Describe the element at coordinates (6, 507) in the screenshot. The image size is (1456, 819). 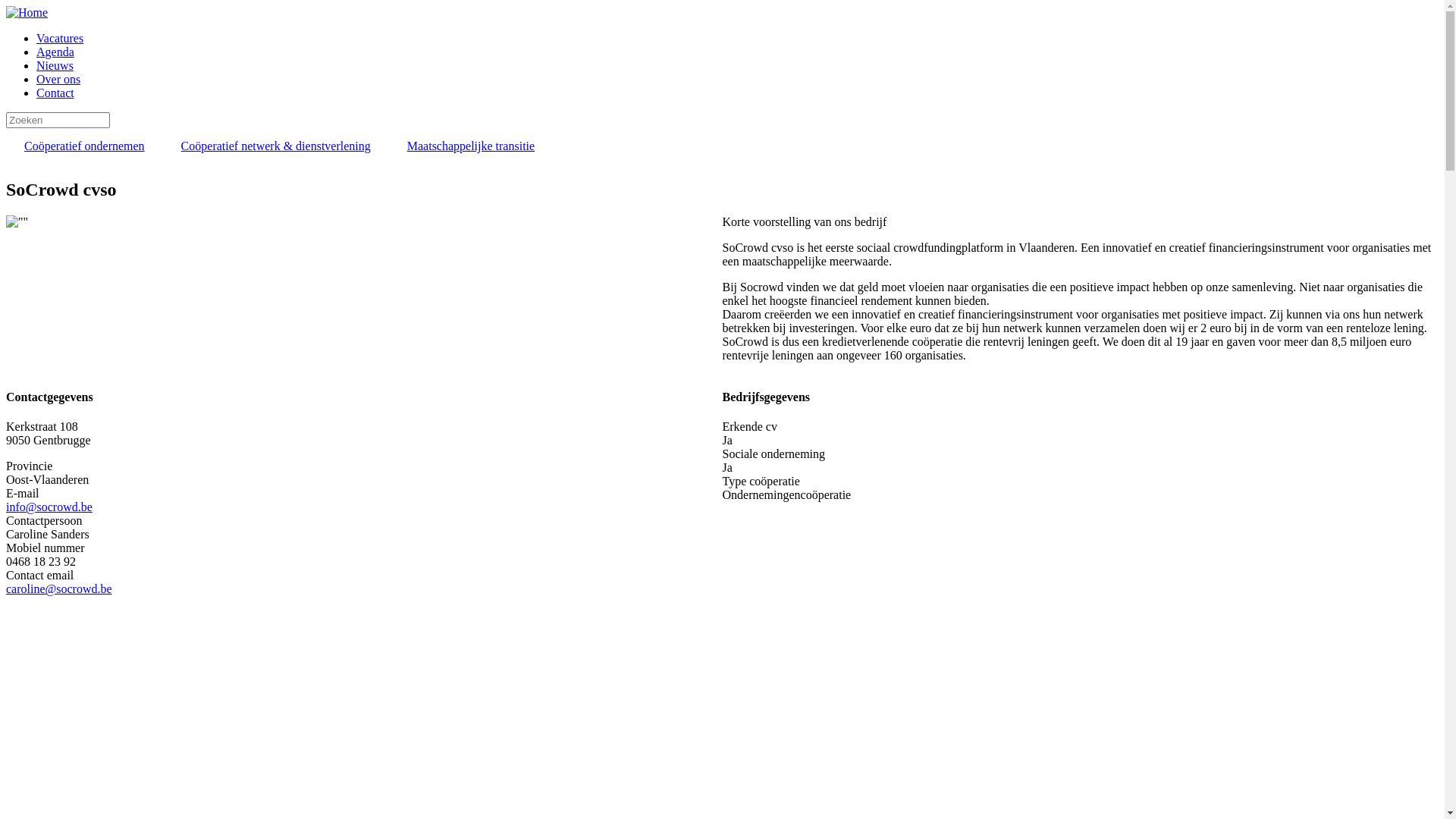
I see `'info@socrowd.be'` at that location.